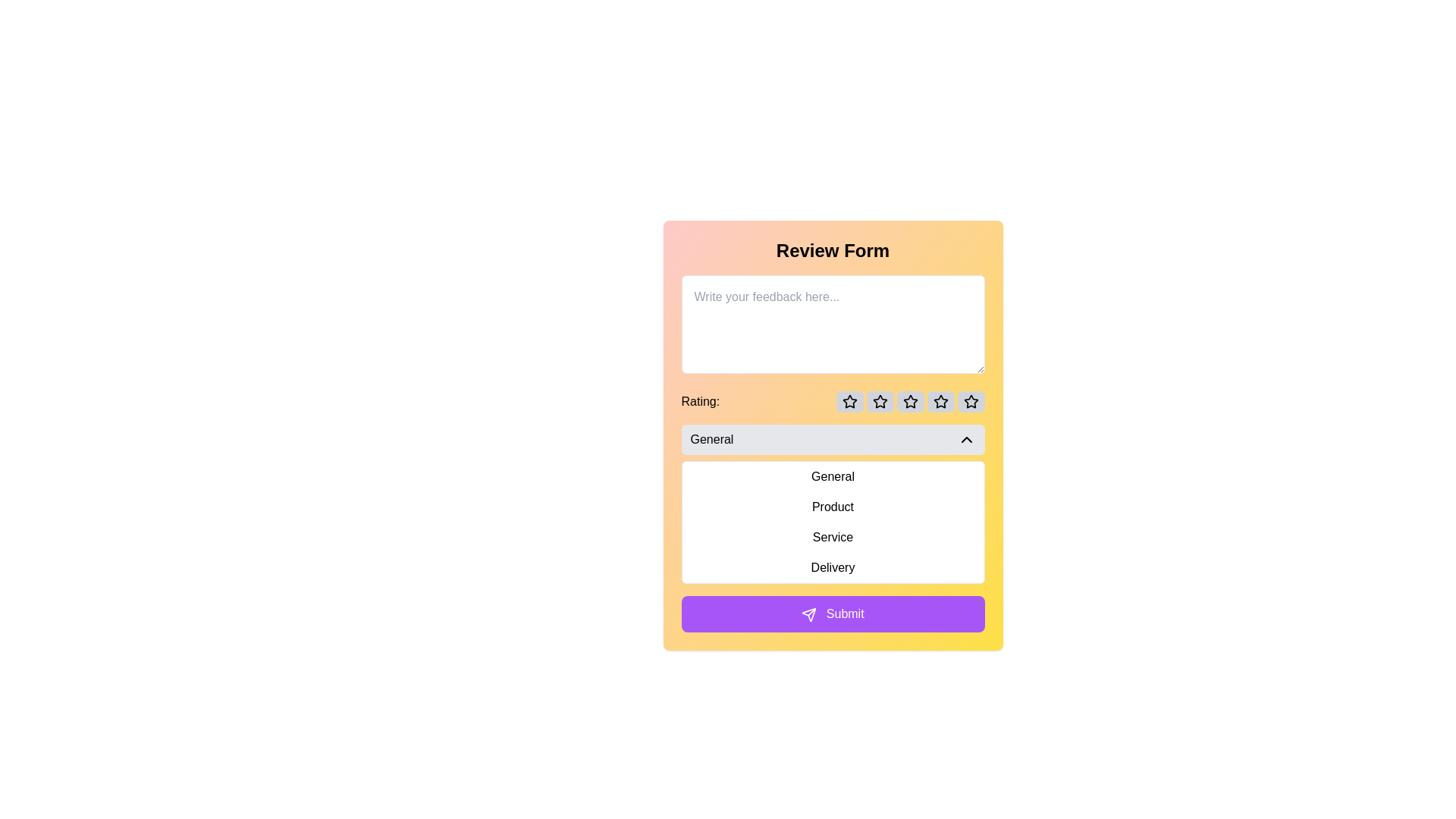 The width and height of the screenshot is (1456, 819). I want to click on the fifth star icon, so click(971, 400).